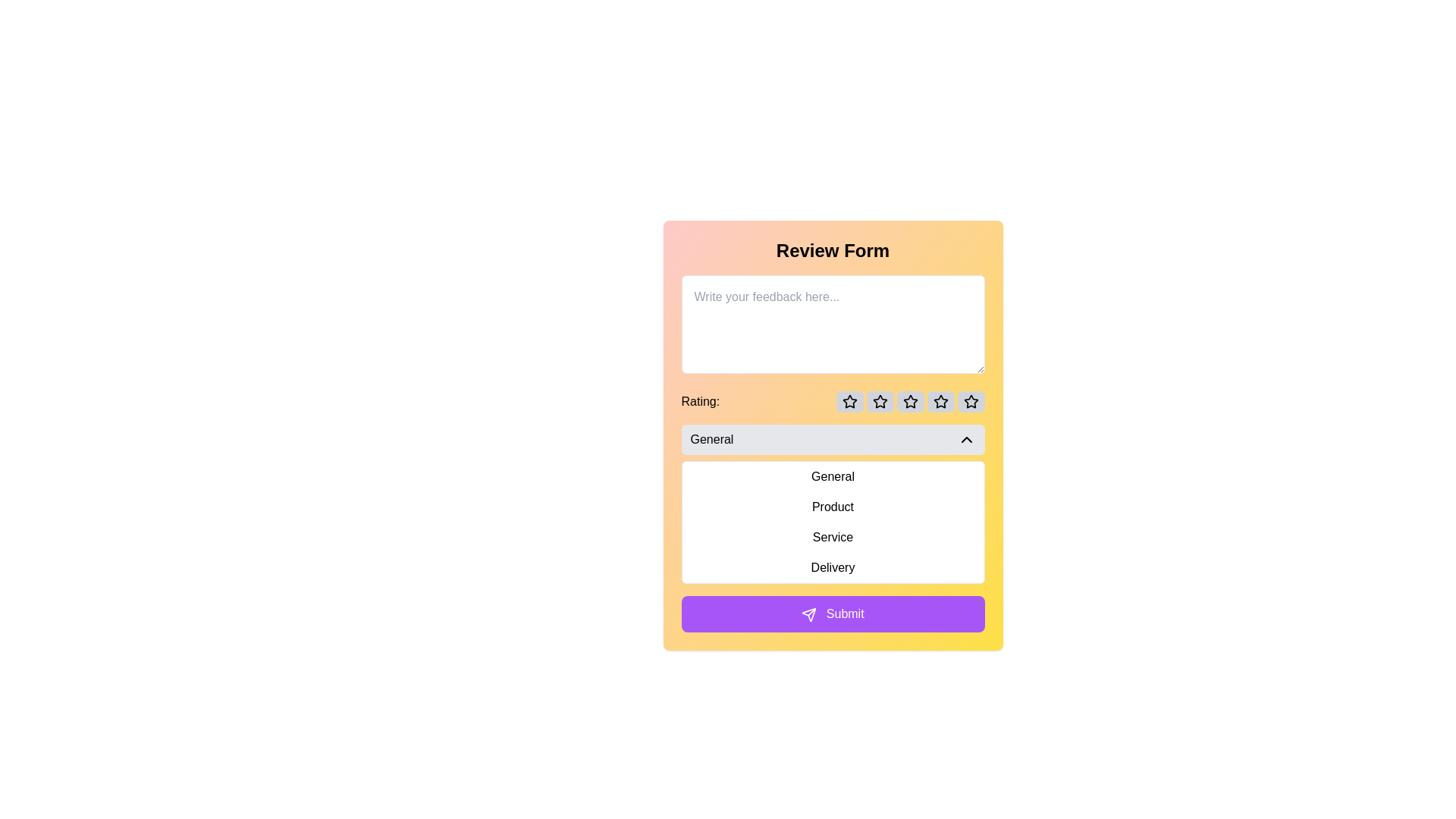 The width and height of the screenshot is (1456, 819). I want to click on the fifth star icon, so click(971, 400).